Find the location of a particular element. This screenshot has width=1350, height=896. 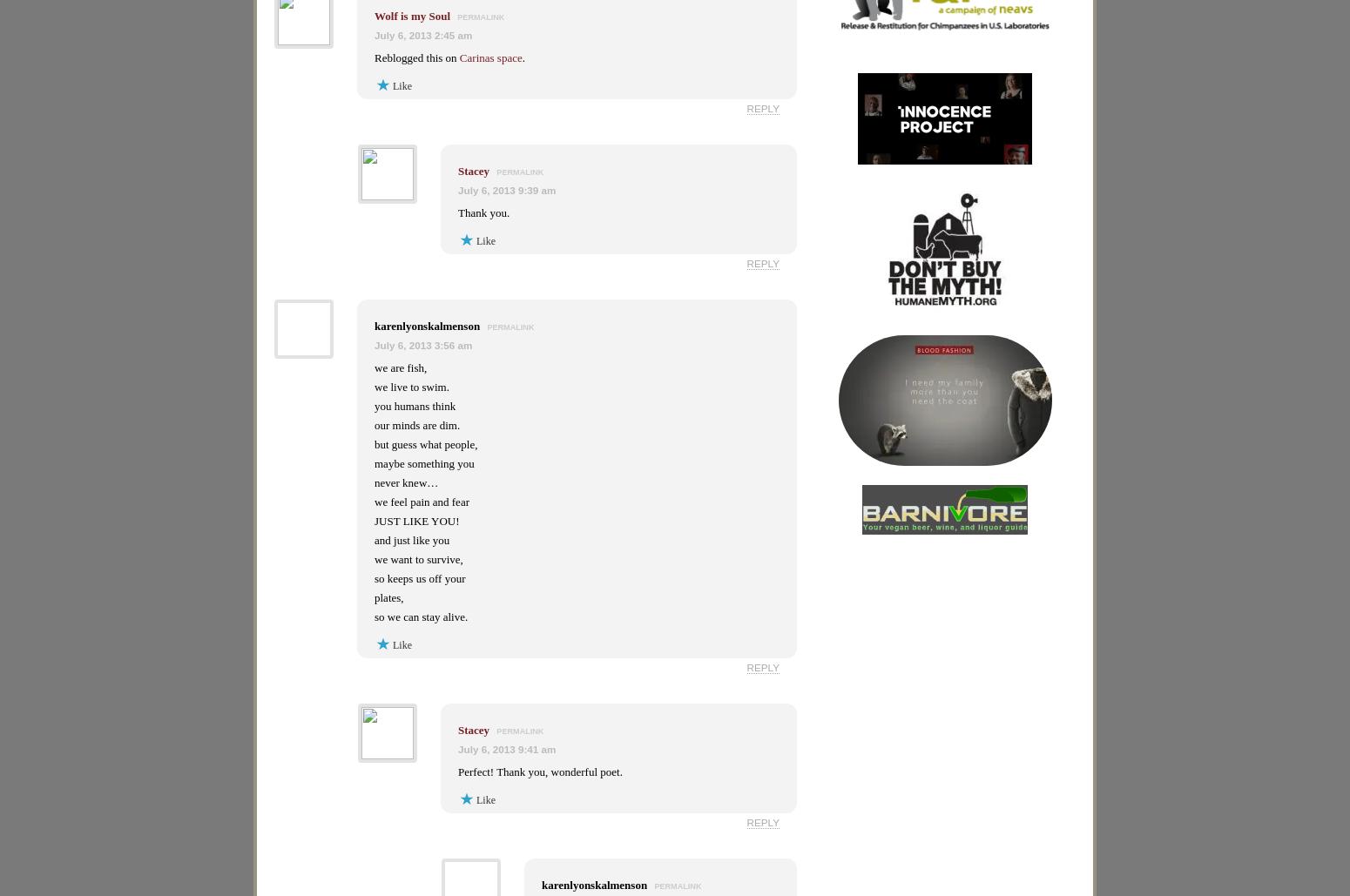

'Wolf is my Soul' is located at coordinates (411, 16).